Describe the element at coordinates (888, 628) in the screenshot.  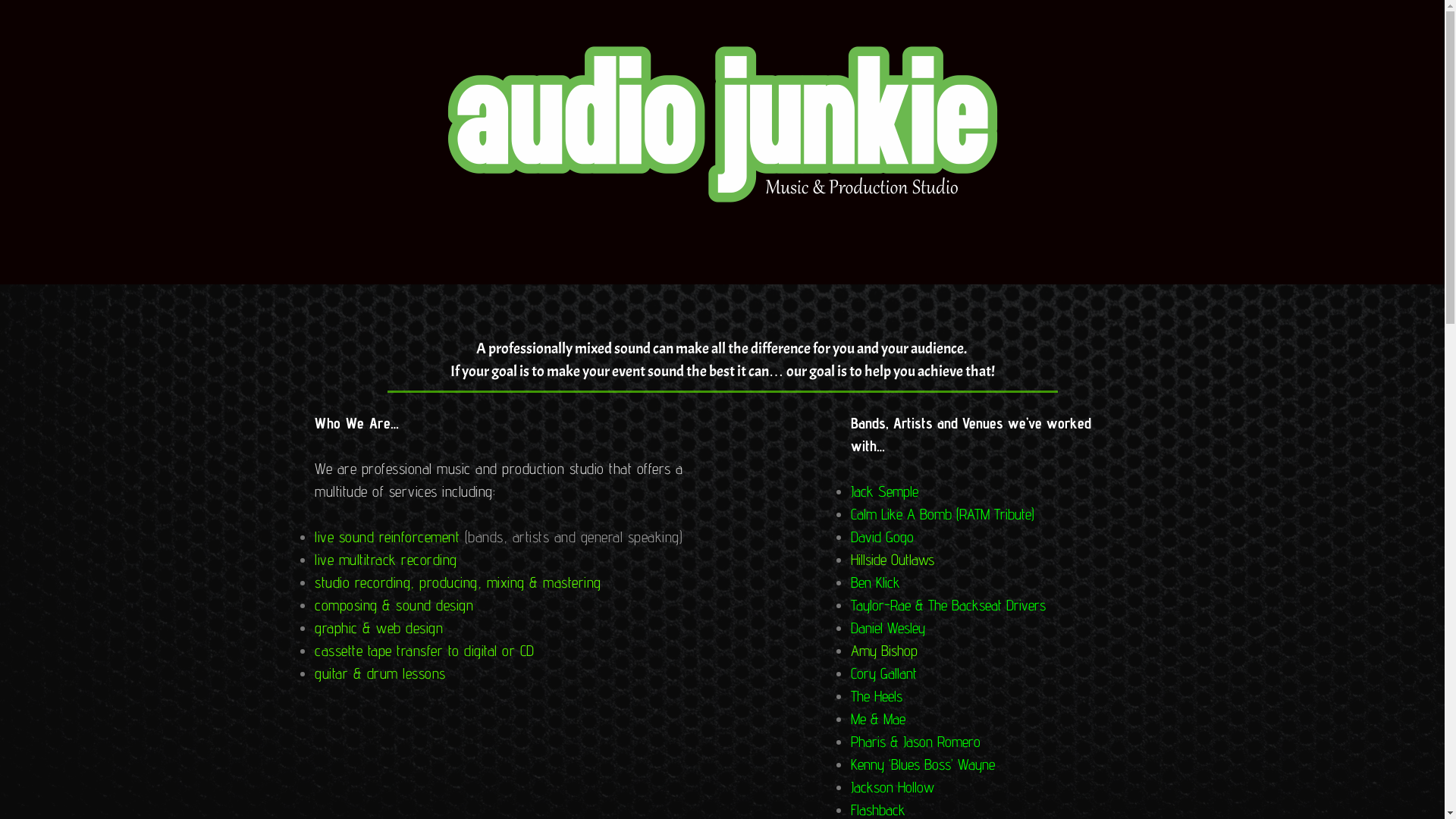
I see `'Daniel Wesley'` at that location.